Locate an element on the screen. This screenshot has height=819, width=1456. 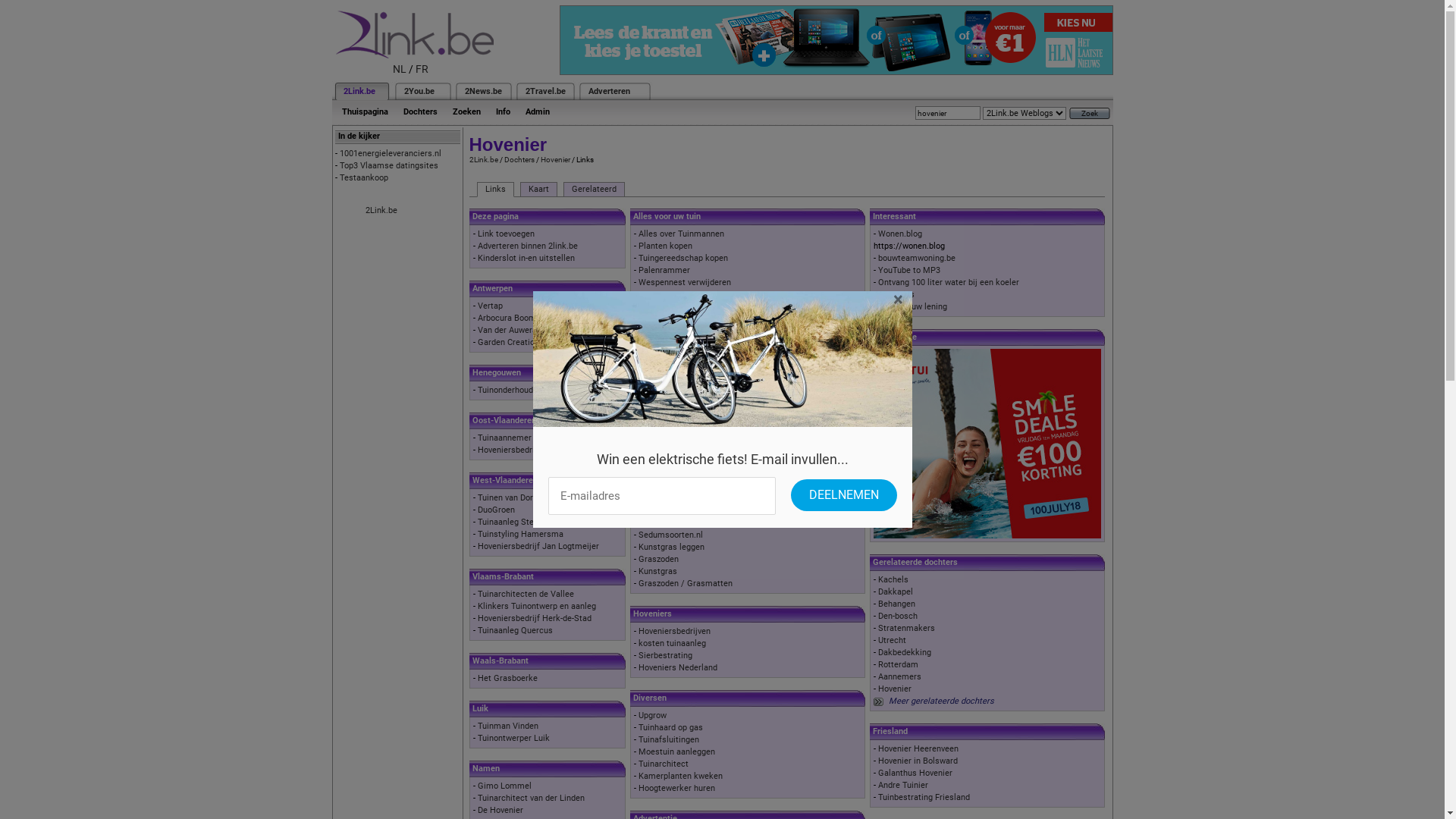
'Wanneer buxus snoeien' is located at coordinates (682, 294).